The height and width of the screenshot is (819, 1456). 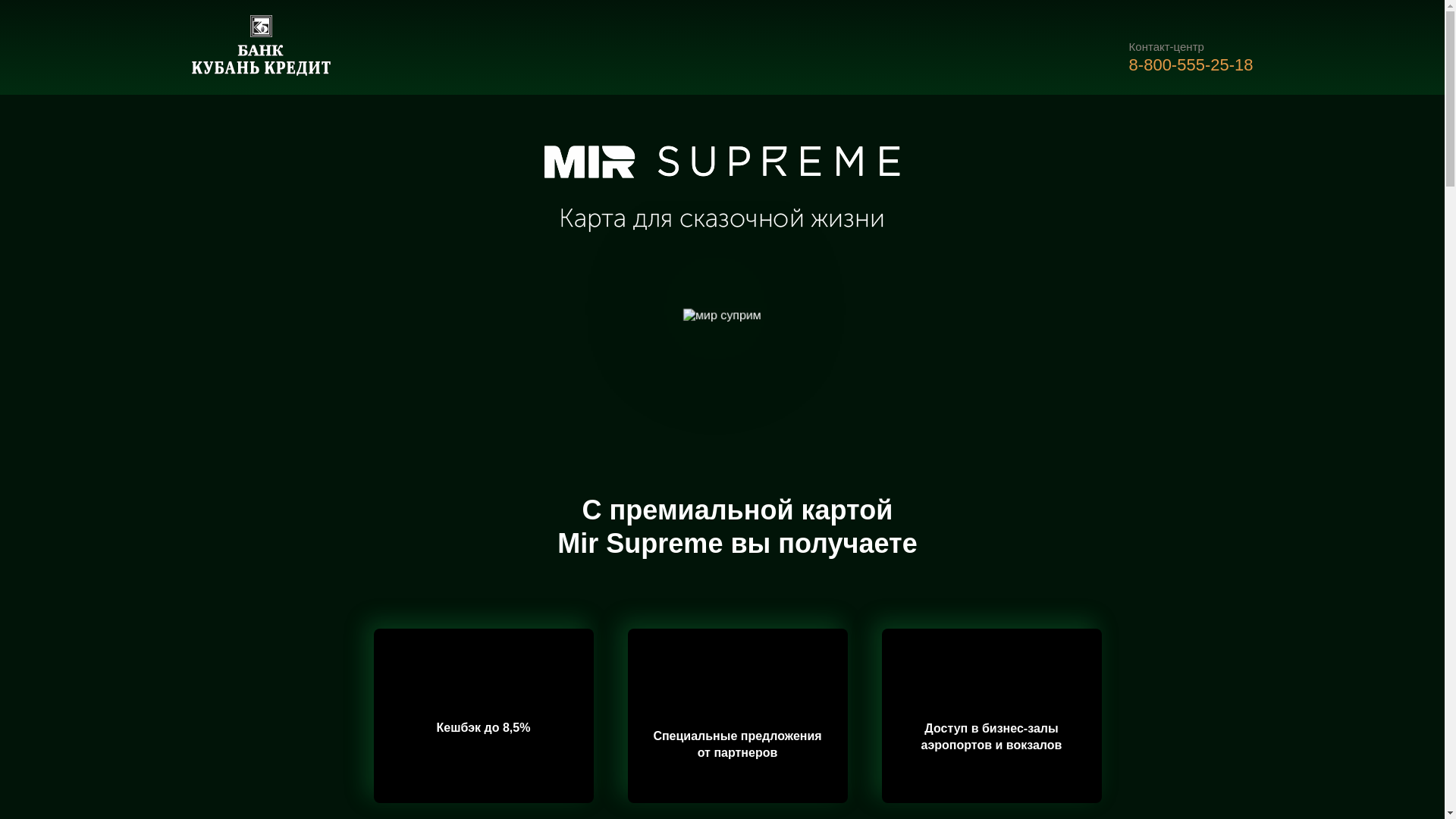 I want to click on '8-800-555-25-18', so click(x=1190, y=64).